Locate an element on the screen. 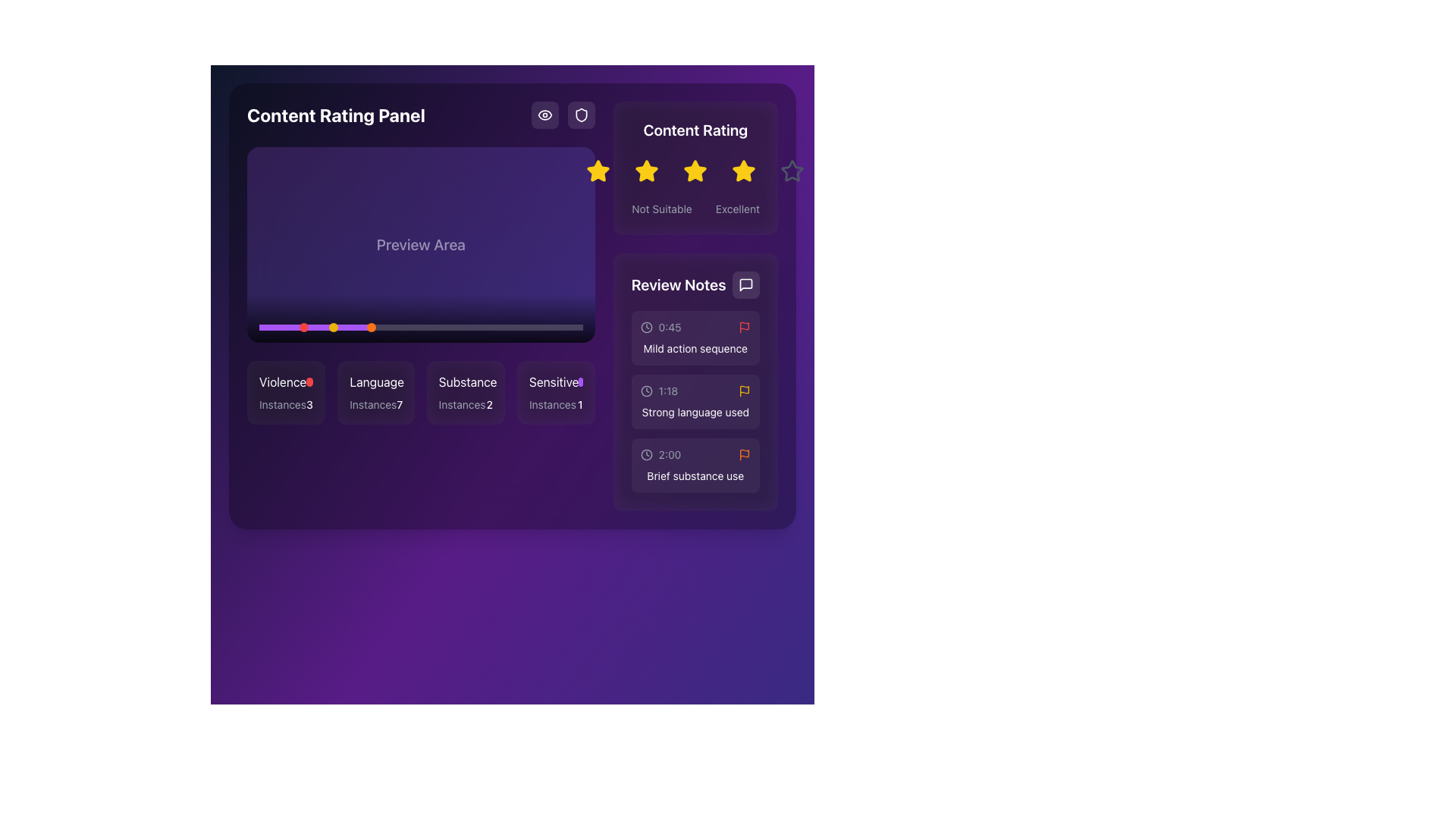 The width and height of the screenshot is (1456, 819). the text label indicating strong language in the Review Notes section, positioned between the notes 'Mild action sequence' and 'Brief substance use', and aligned to the right of the timestamp '1:18' is located at coordinates (695, 412).